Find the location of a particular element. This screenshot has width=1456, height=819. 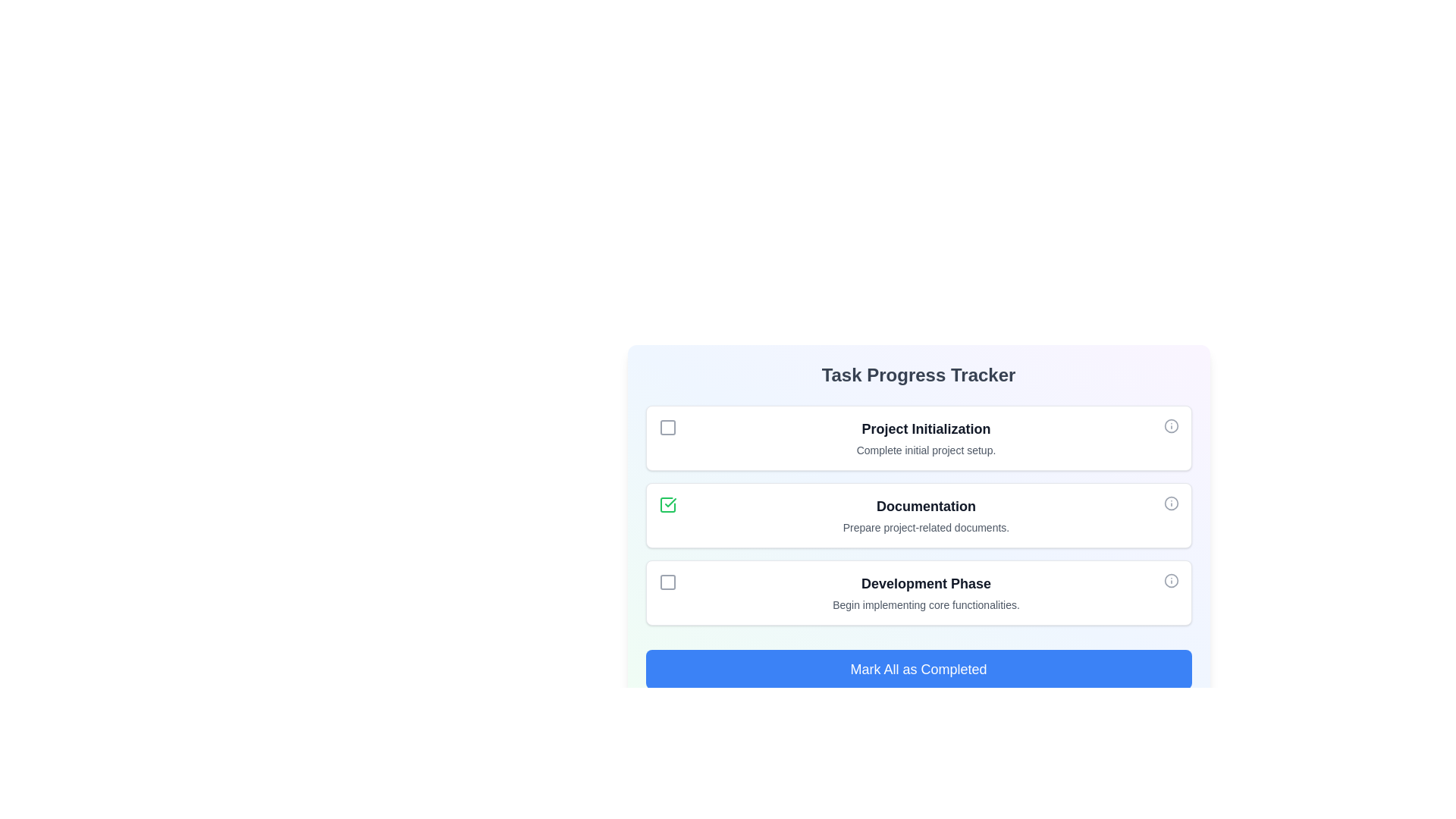

the Checkbox for the task 'Project Initialization' to provide visual feedback is located at coordinates (667, 427).